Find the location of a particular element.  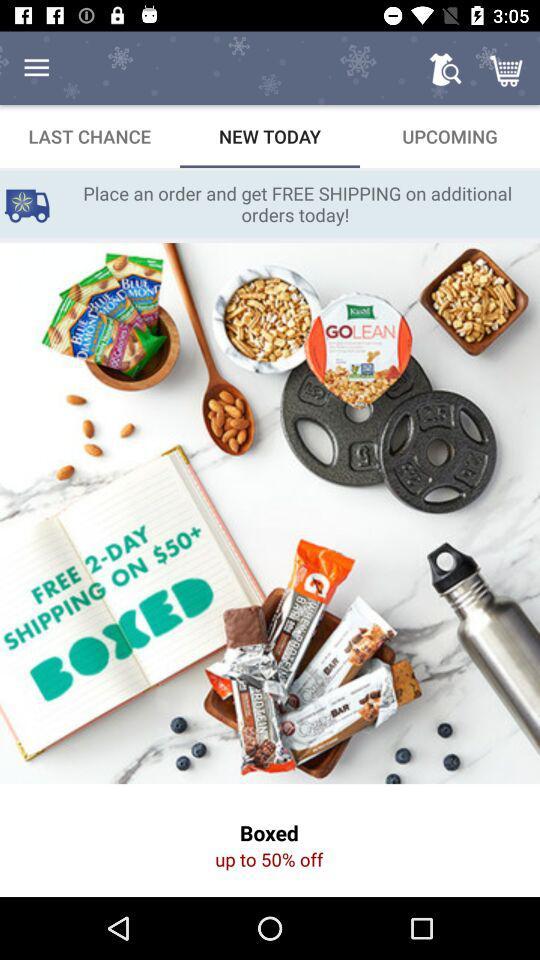

item above upcoming item is located at coordinates (508, 68).